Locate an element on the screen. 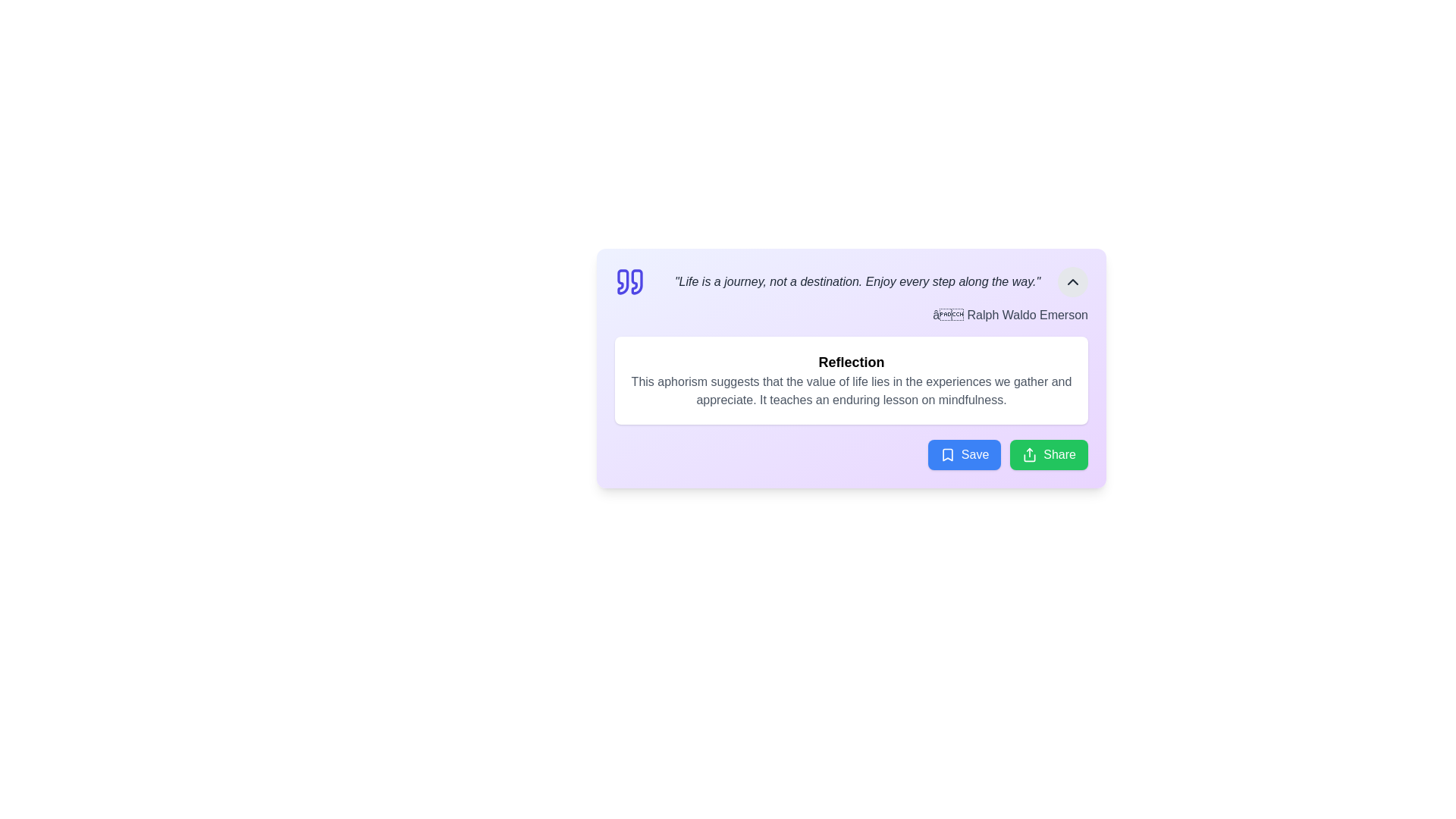 The height and width of the screenshot is (819, 1456). the share icon located inside the green 'Share' button at the bottom right of the card interface is located at coordinates (1030, 454).